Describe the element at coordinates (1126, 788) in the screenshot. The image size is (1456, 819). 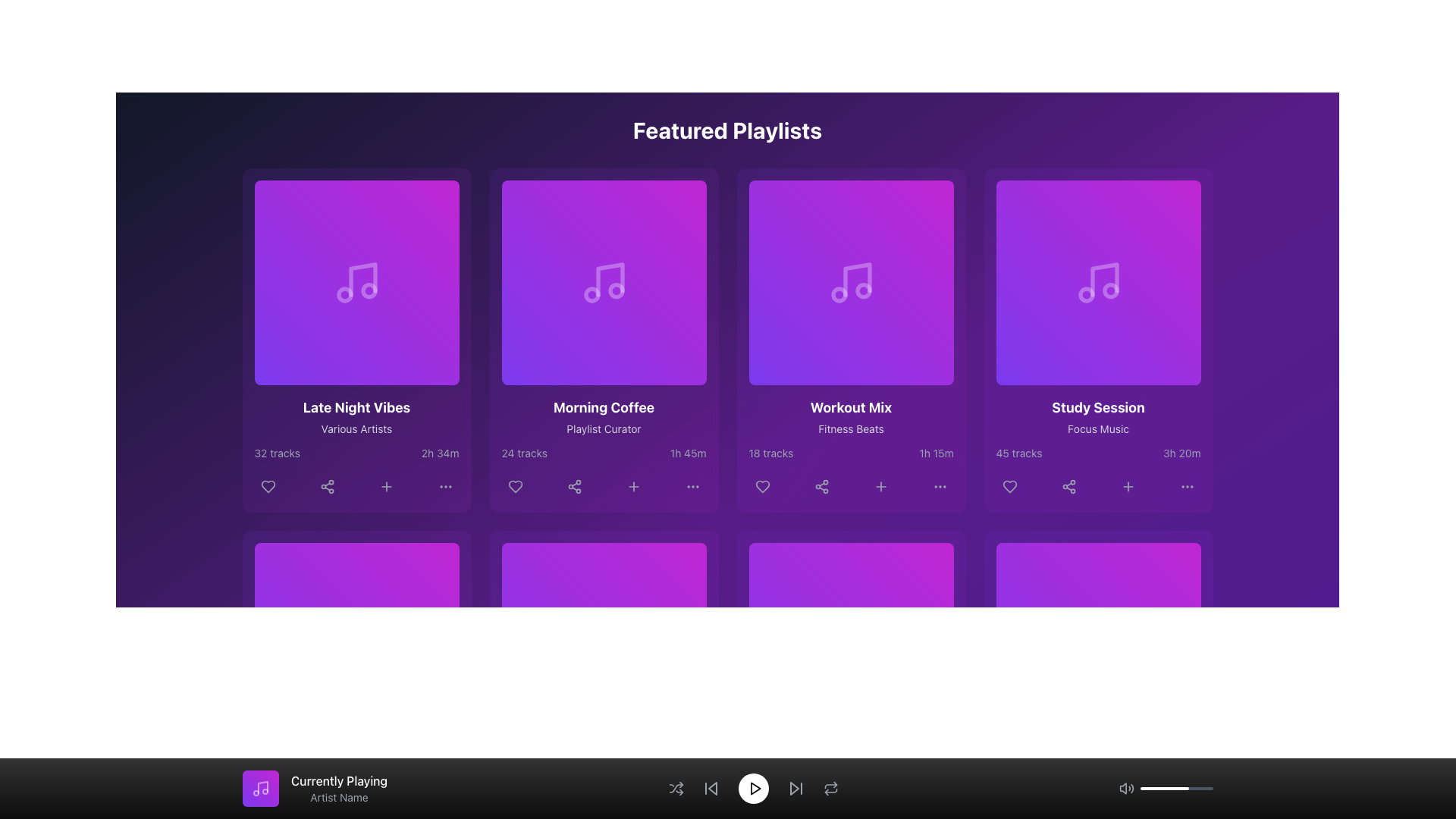
I see `the current state of the volume control icon located in the media control toolbar at the bottom left side of the player controls` at that location.